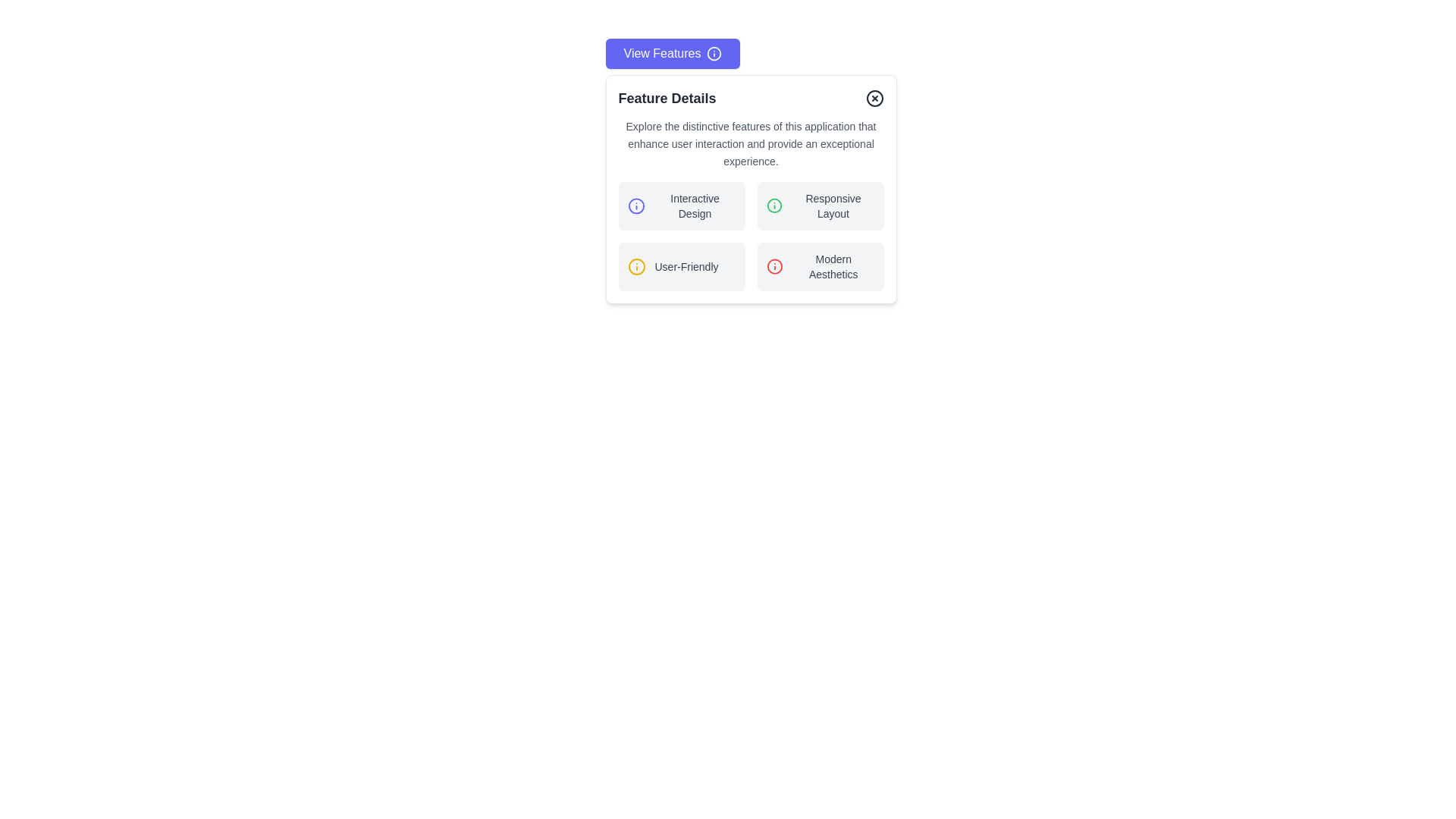  What do you see at coordinates (714, 52) in the screenshot?
I see `the circular information icon within the 'View Features' button, which features a hollow circle and a dot, positioned to the right of the button's text label` at bounding box center [714, 52].